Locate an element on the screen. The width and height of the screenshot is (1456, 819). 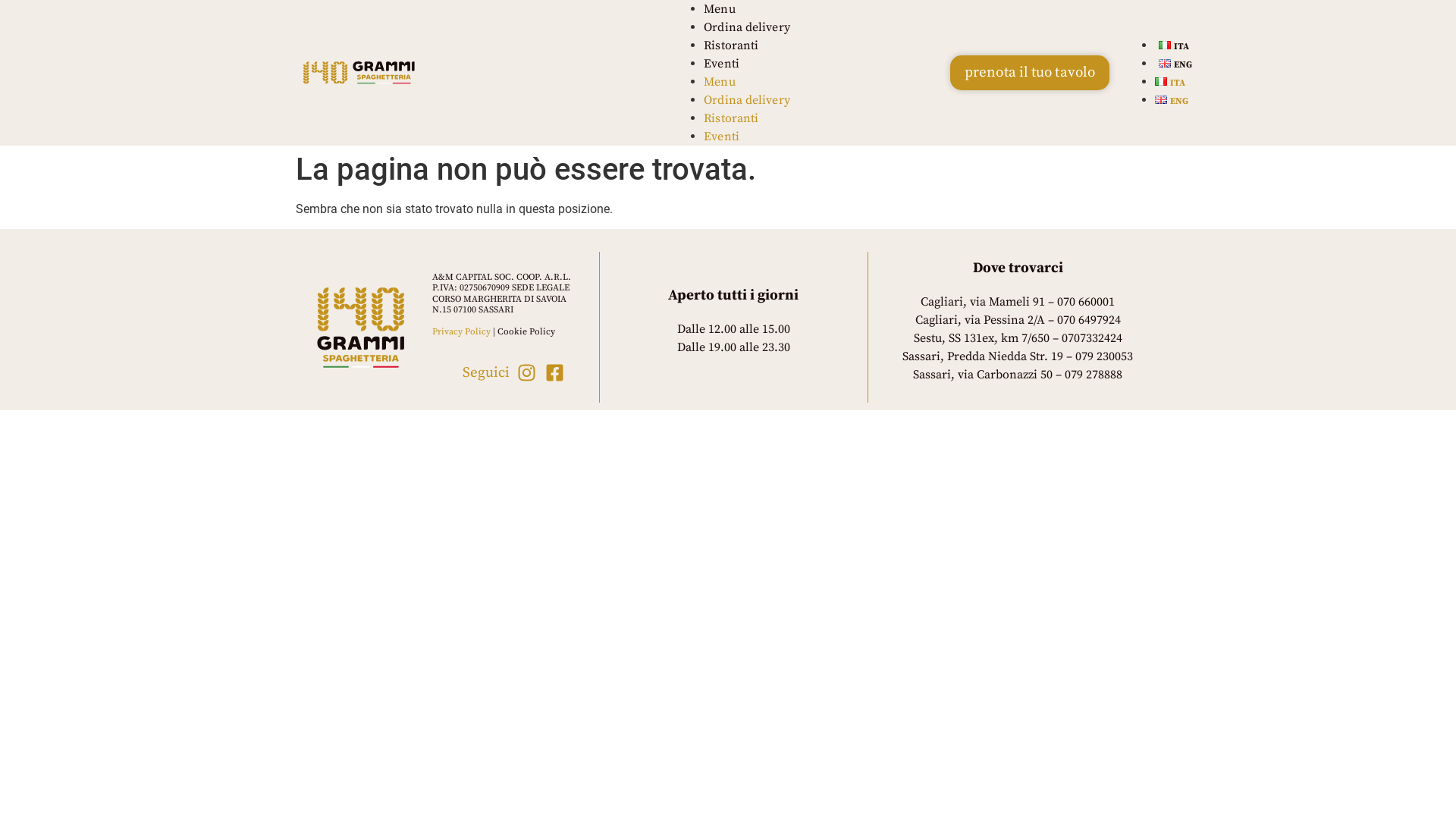
'Privacy Policy' is located at coordinates (431, 331).